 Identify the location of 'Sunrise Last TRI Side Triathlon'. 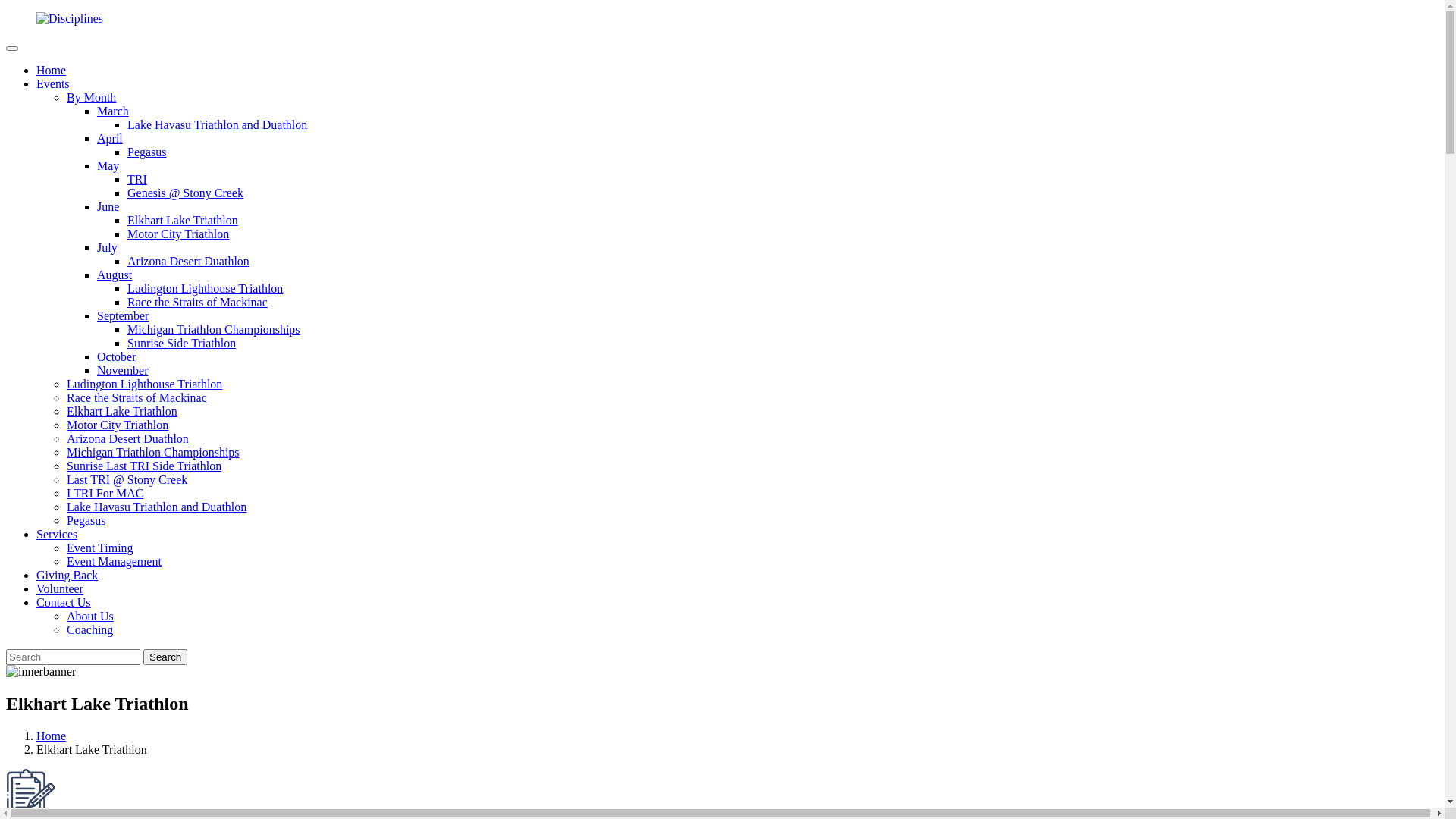
(144, 465).